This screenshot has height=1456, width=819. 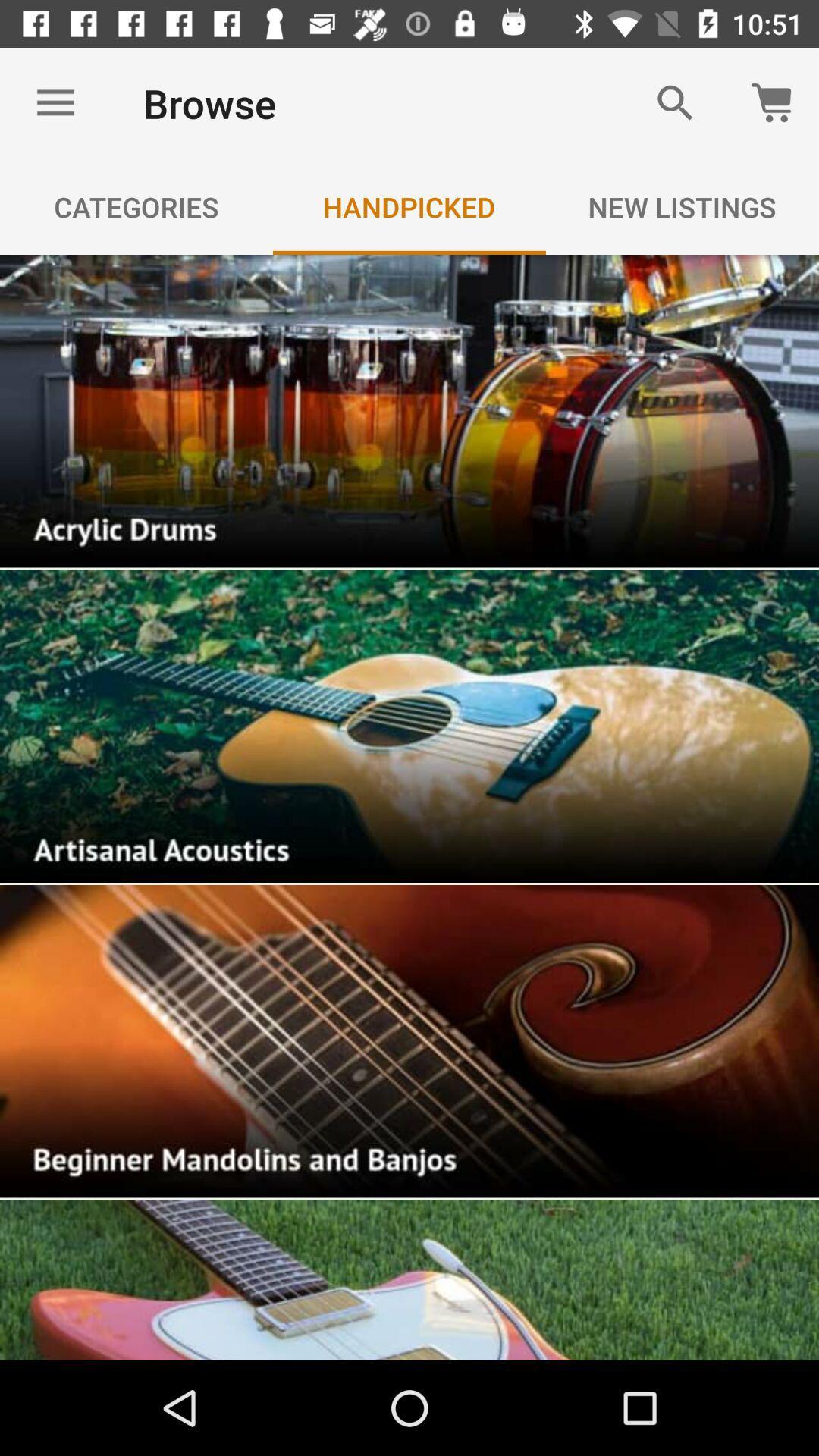 I want to click on item next to the browse item, so click(x=675, y=102).